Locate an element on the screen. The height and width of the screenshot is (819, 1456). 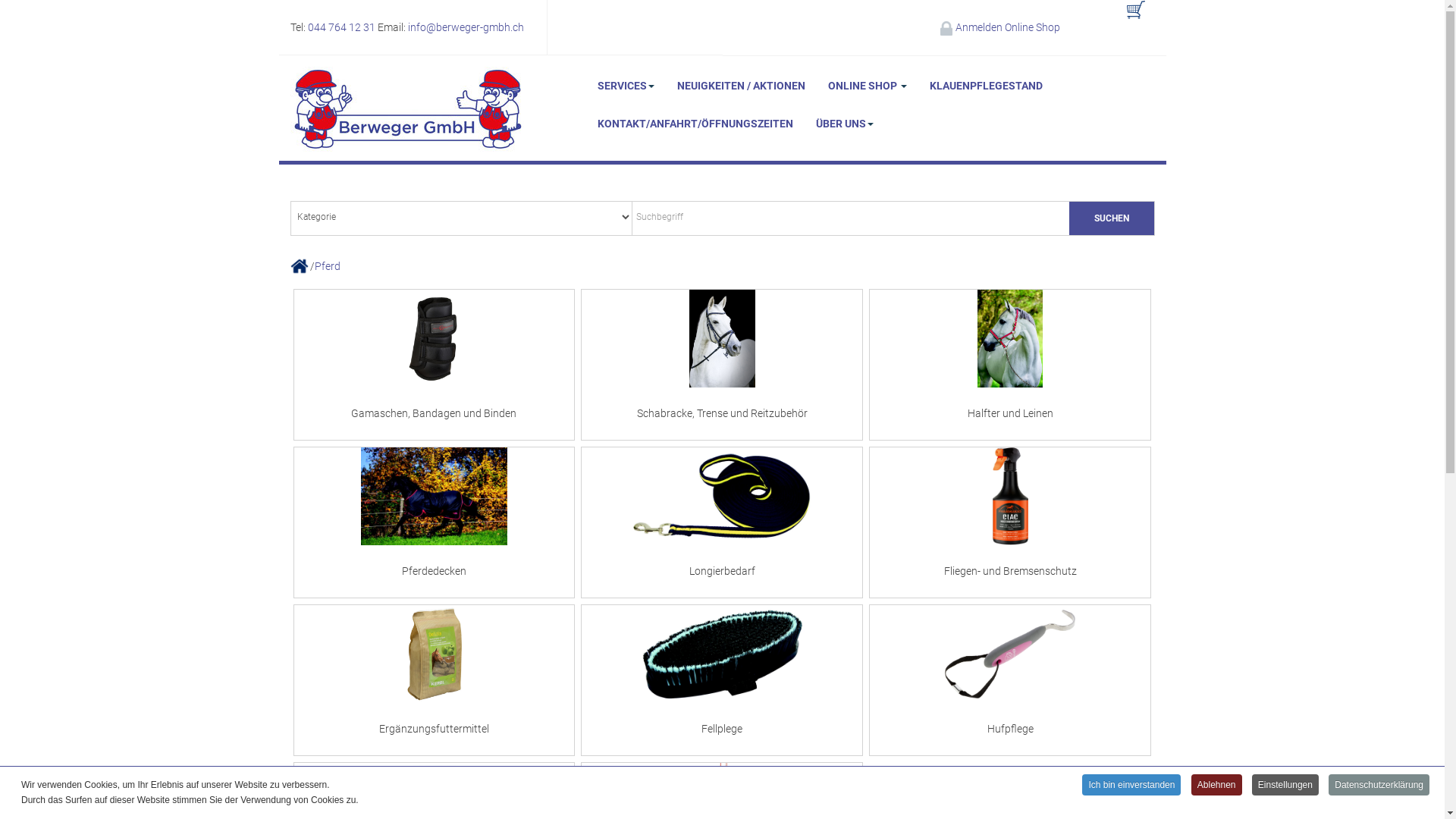
' ' is located at coordinates (1113, 18).